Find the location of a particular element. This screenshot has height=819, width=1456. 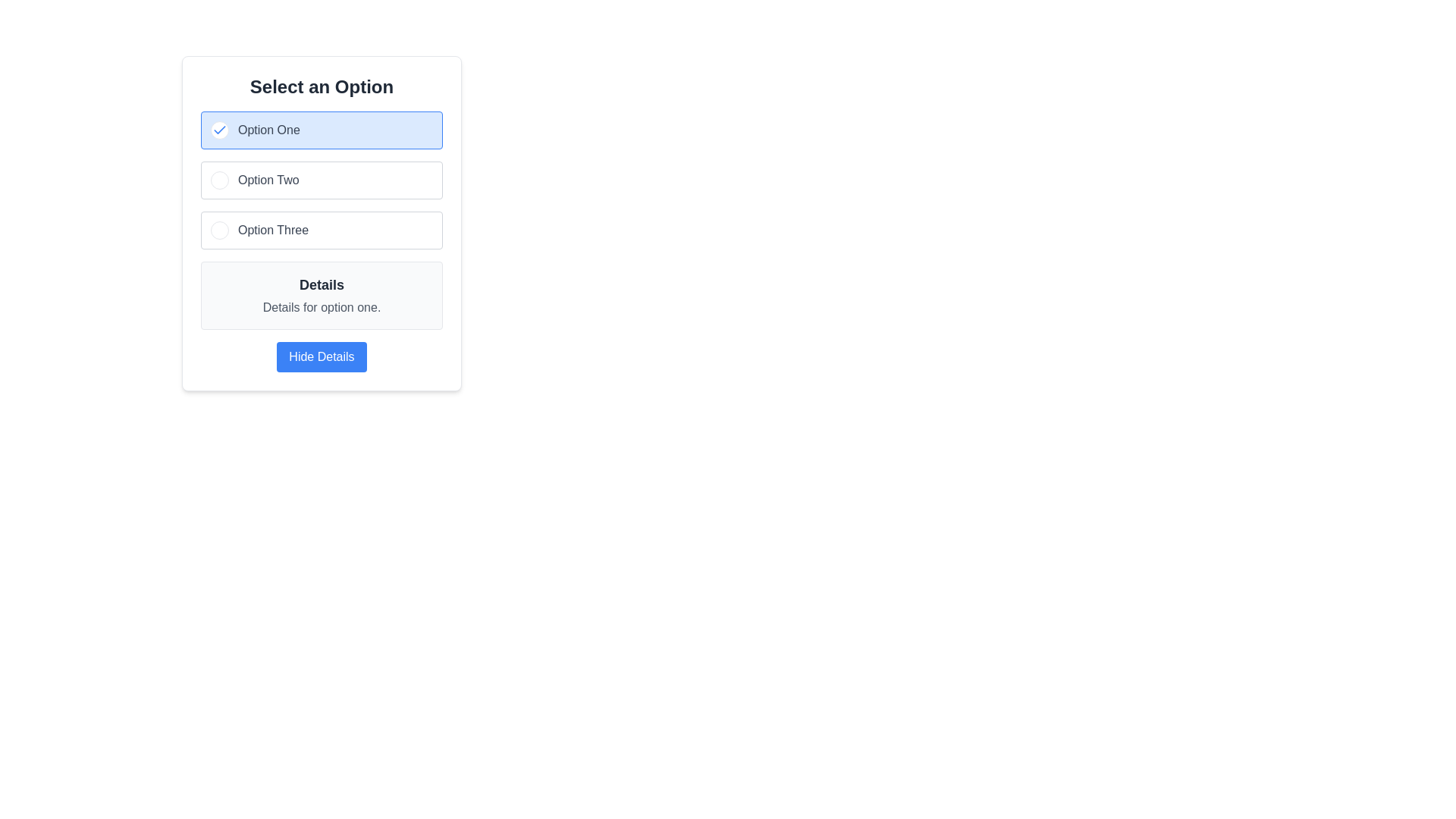

the text header displaying 'Select an Option', which is bold and large, centered at the top of a white background panel is located at coordinates (321, 87).